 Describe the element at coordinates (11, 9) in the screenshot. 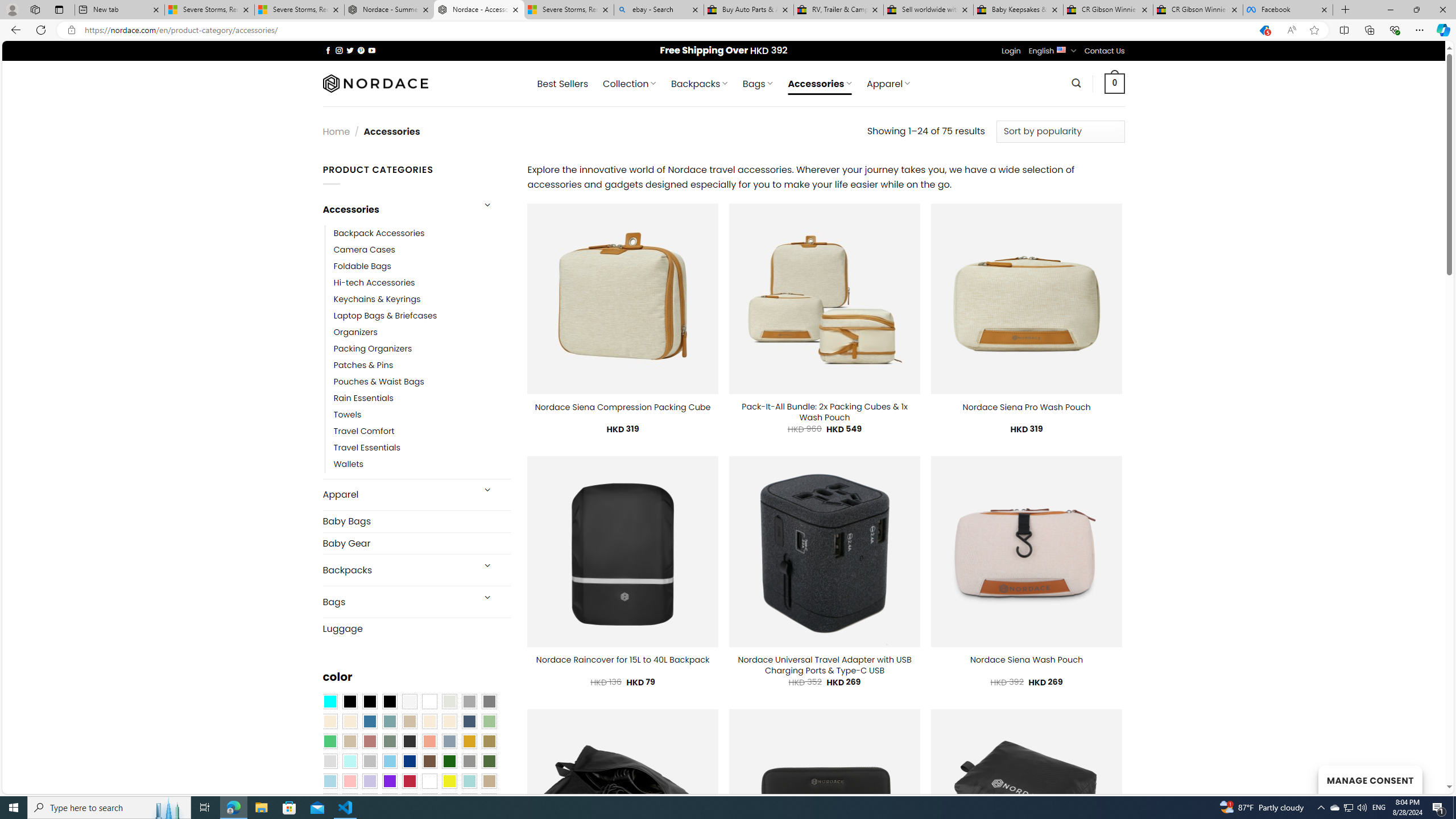

I see `'Personal Profile'` at that location.